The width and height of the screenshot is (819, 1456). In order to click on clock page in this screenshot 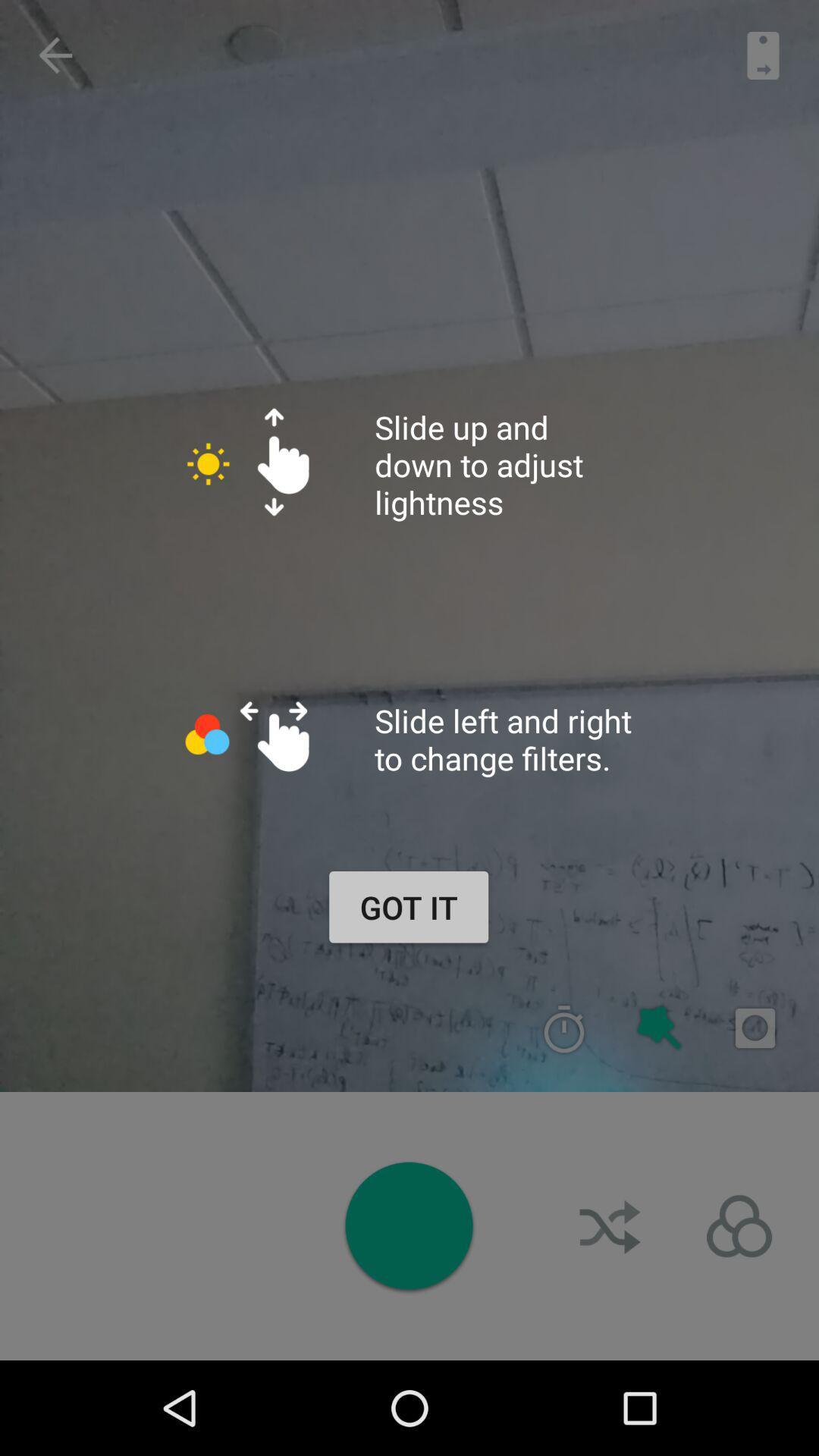, I will do `click(564, 1028)`.